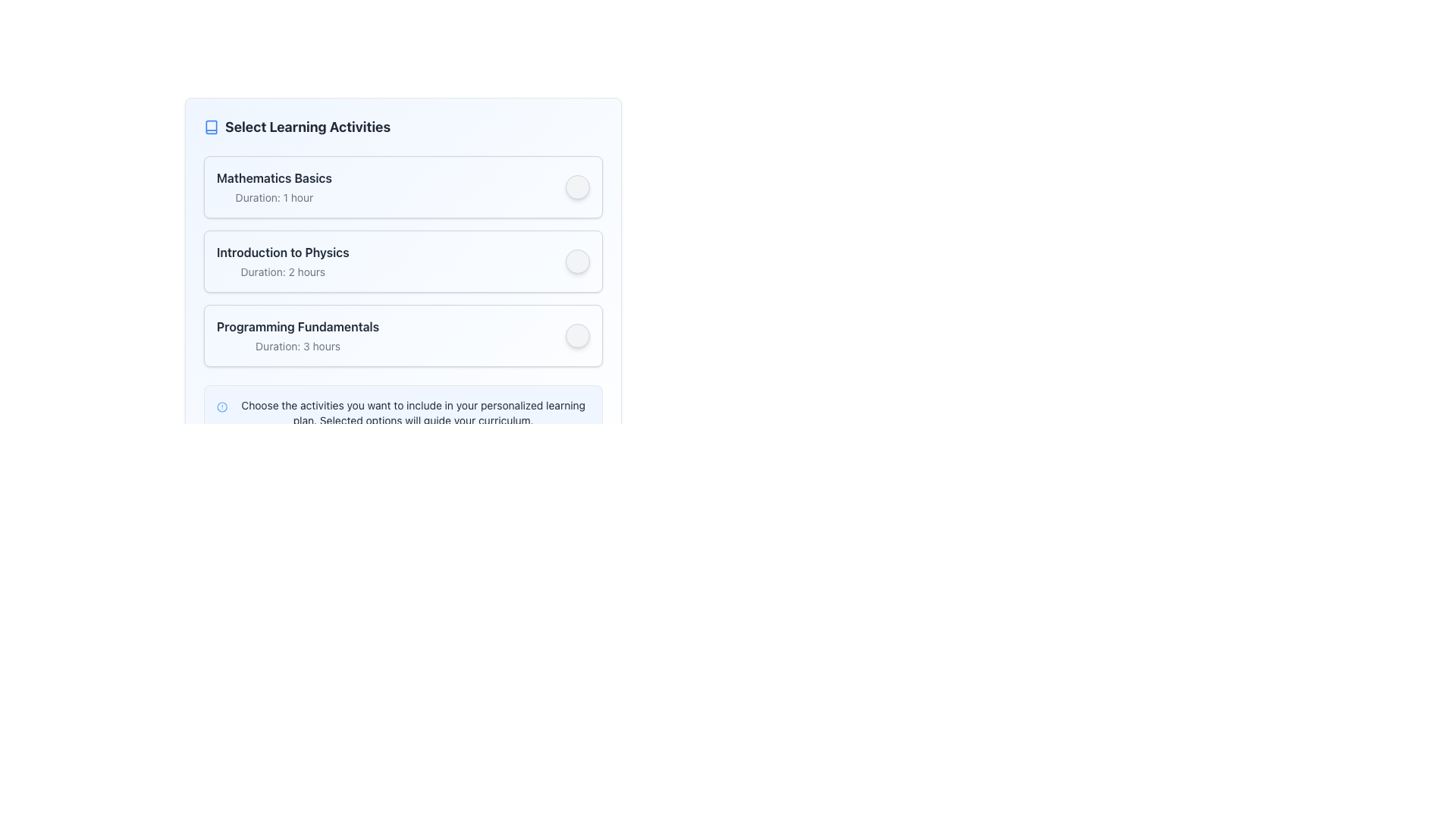  Describe the element at coordinates (221, 406) in the screenshot. I see `the outermost blue circular outline of the SVG element that represents an alert or notification, located at the bottom left of the user interface` at that location.